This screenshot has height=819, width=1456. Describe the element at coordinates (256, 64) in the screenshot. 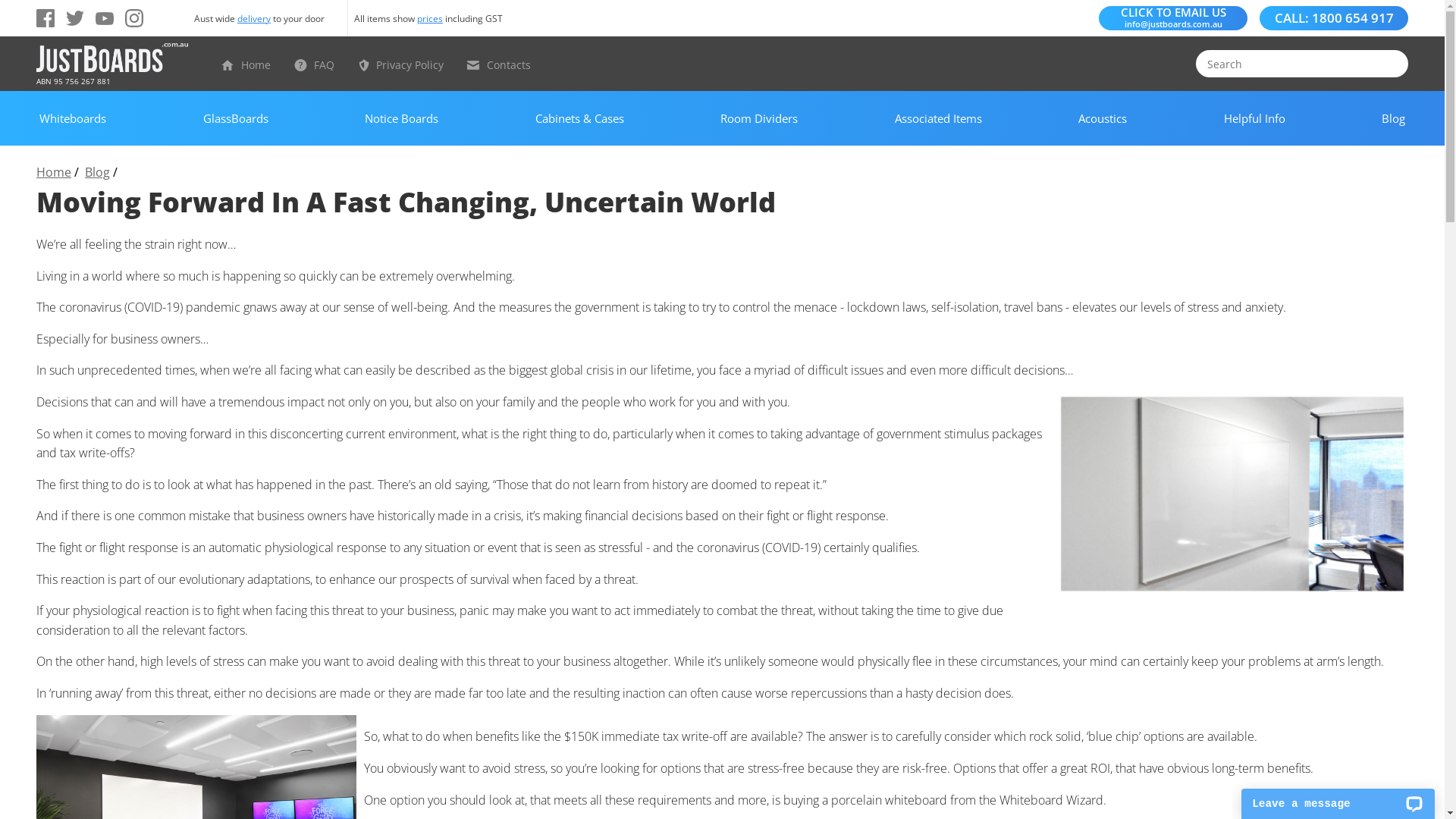

I see `'Home'` at that location.